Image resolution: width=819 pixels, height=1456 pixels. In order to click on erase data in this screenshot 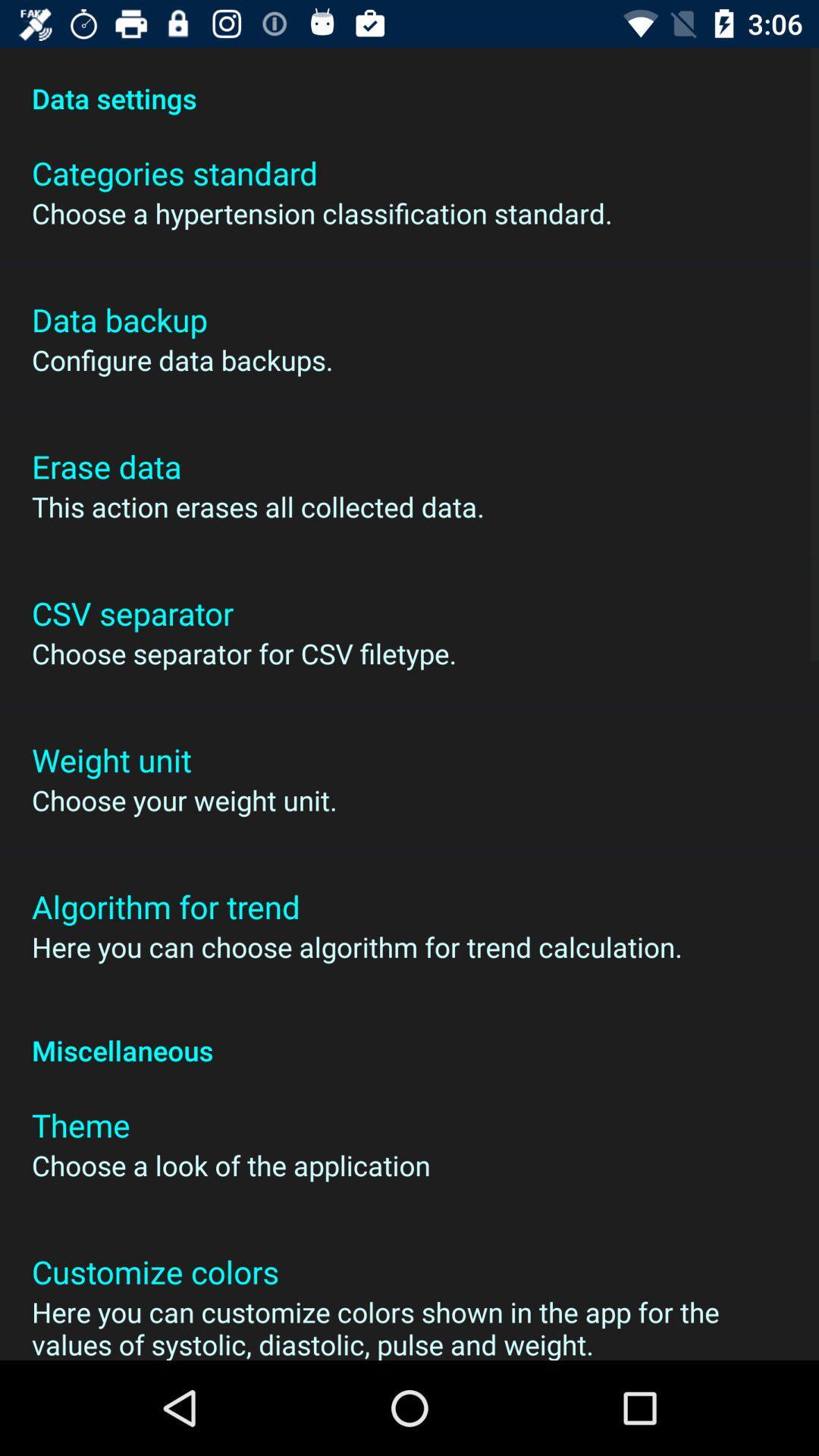, I will do `click(105, 465)`.